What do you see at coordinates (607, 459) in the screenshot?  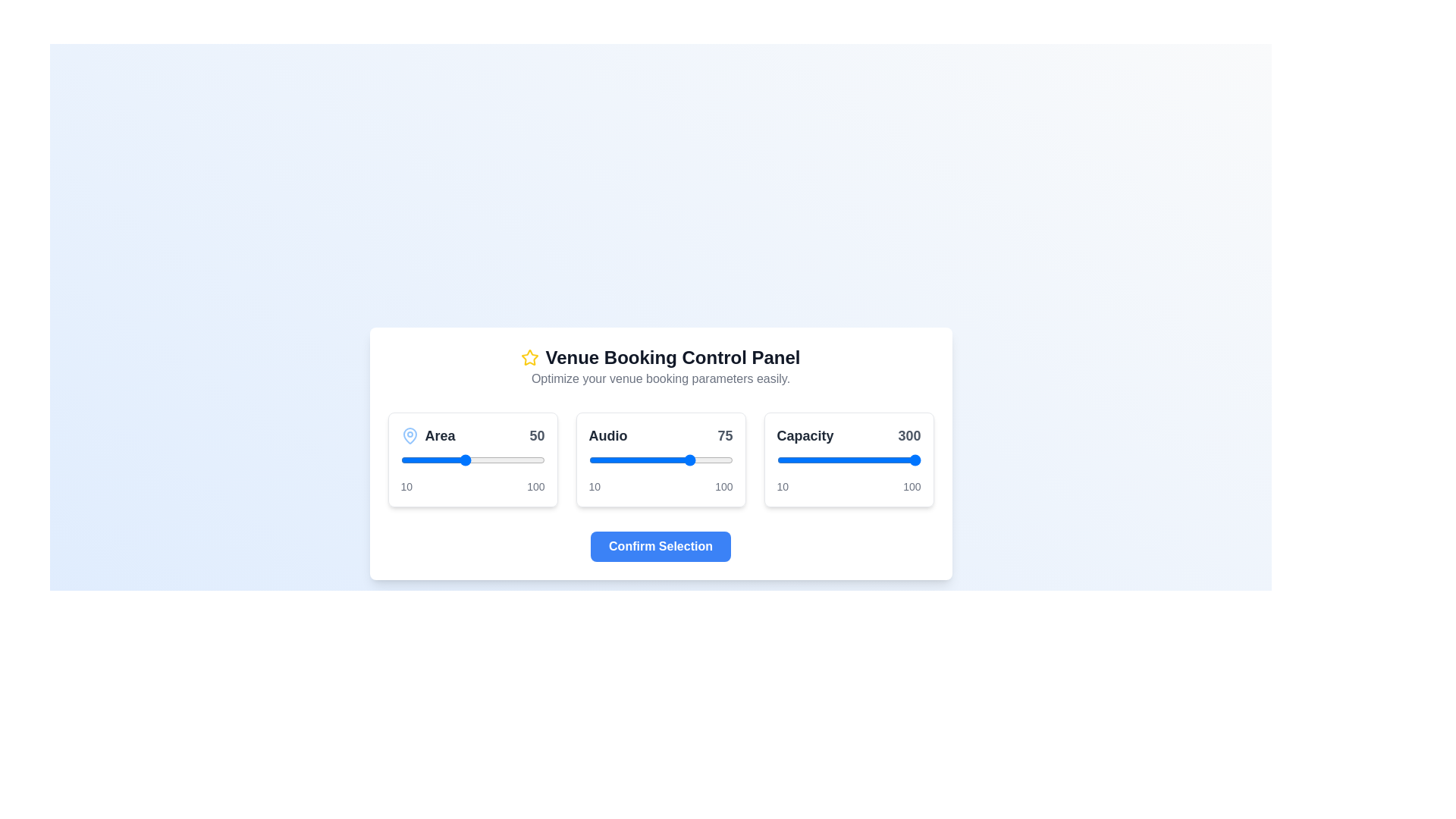 I see `the audio level` at bounding box center [607, 459].